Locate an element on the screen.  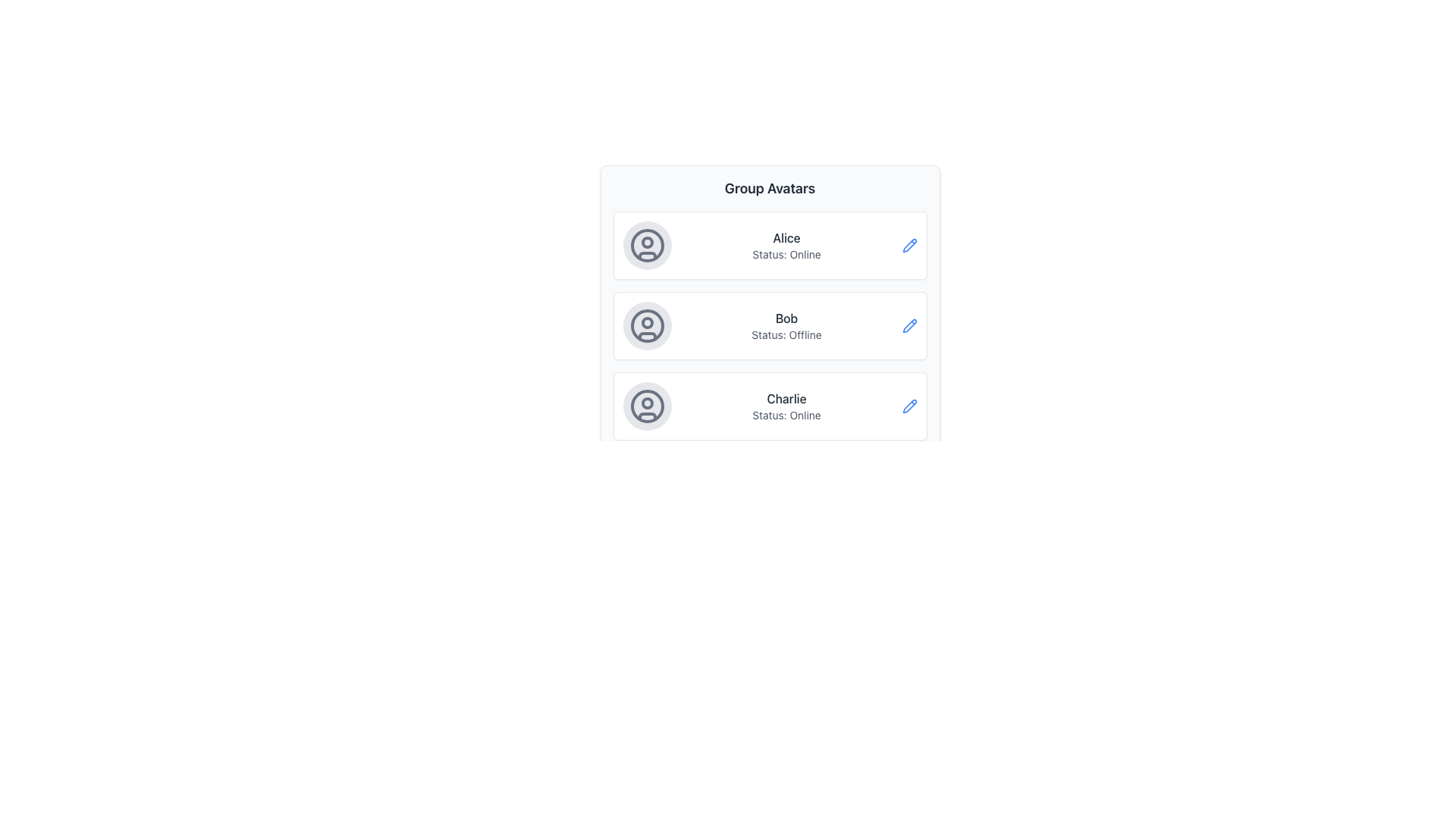
the Label displaying 'Bob' with the status 'Offline', which is the second item in a vertically stacked list of similar elements is located at coordinates (786, 325).